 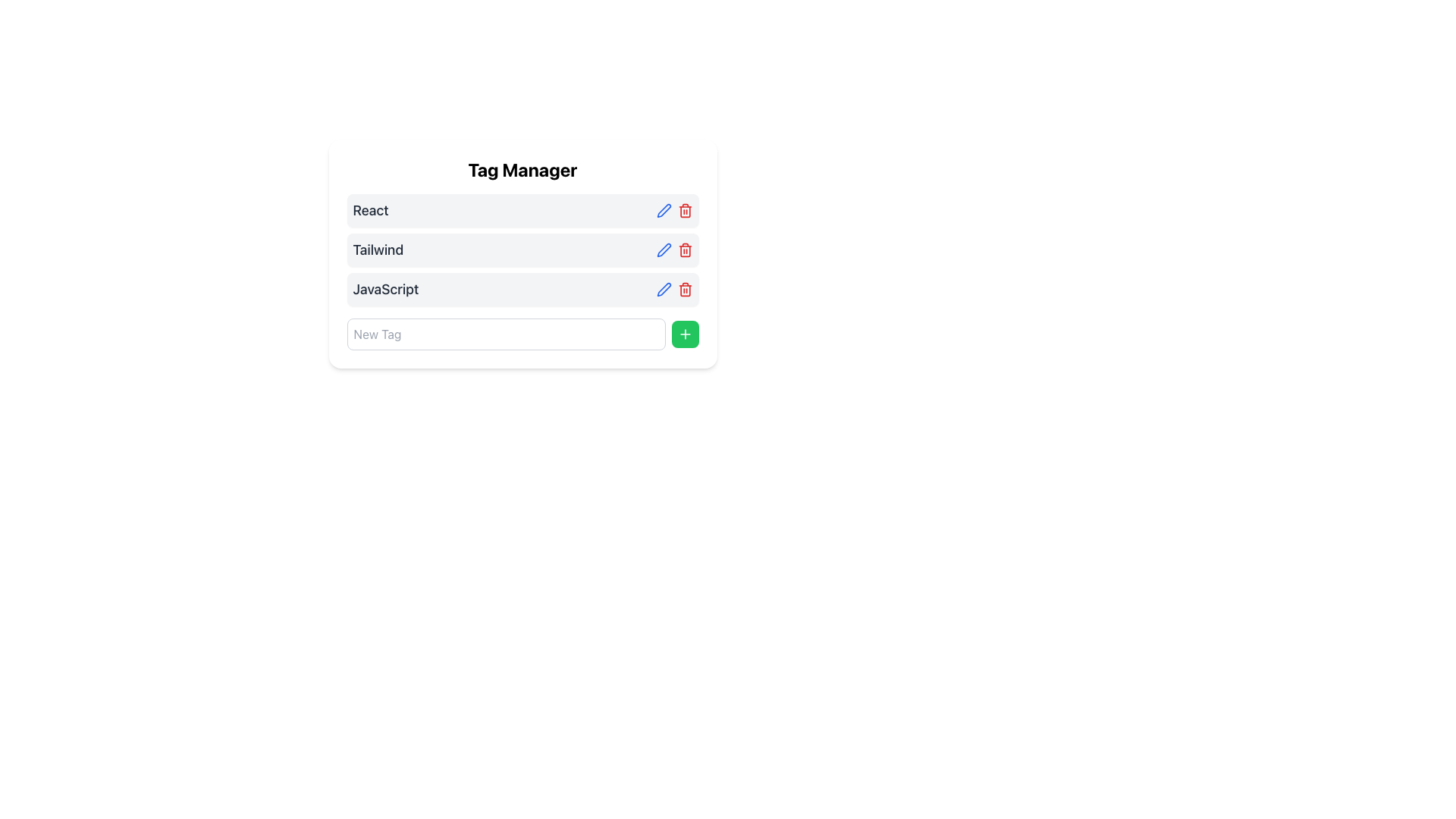 I want to click on the edit icon for the 'Tailwind' tag, located in the Tag Manager area, so click(x=664, y=289).